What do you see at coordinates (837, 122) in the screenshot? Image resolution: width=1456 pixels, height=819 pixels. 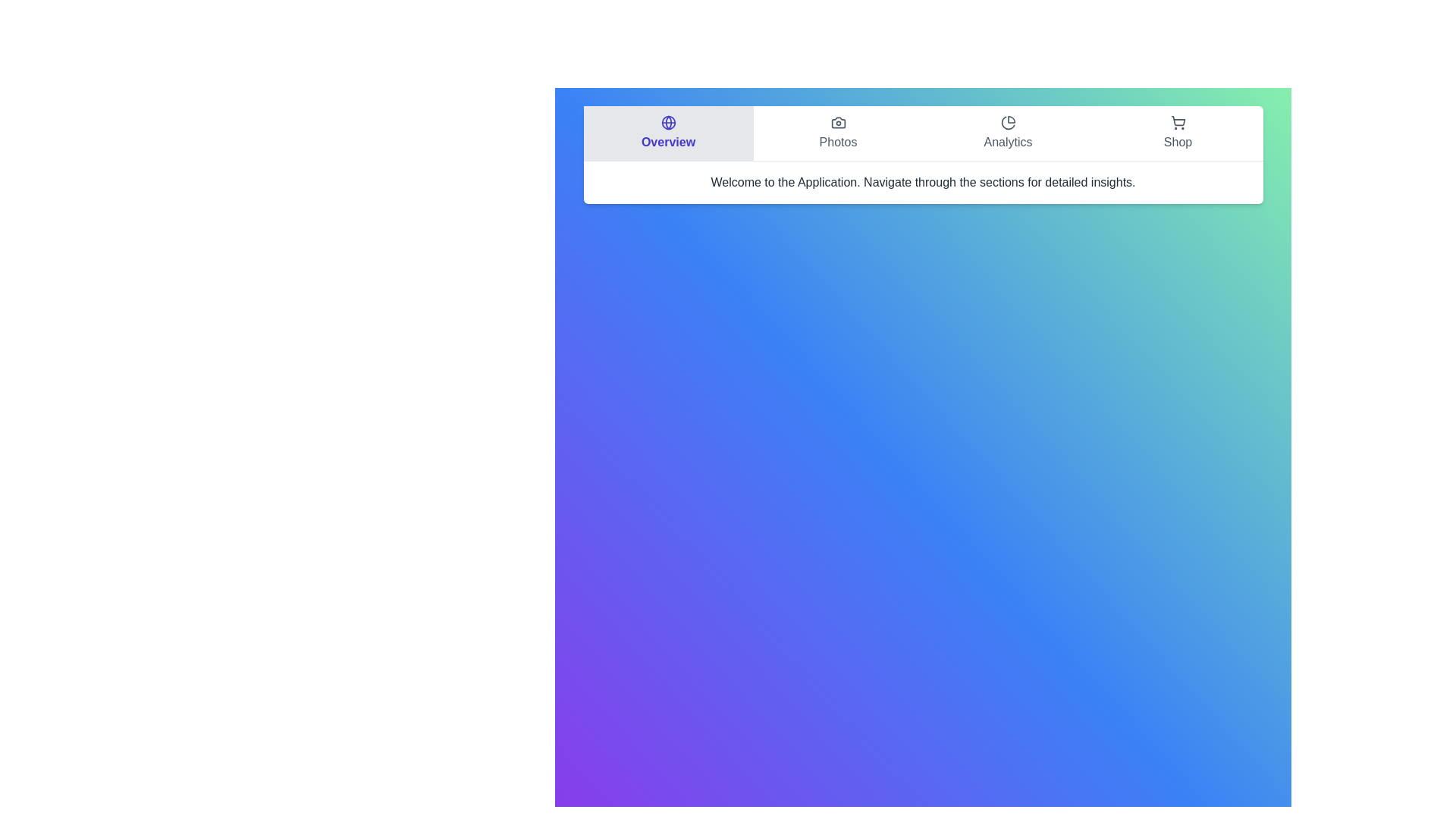 I see `the camera icon located in the 'Photos' section of the navigation header, which is styled with a clean and minimal design` at bounding box center [837, 122].